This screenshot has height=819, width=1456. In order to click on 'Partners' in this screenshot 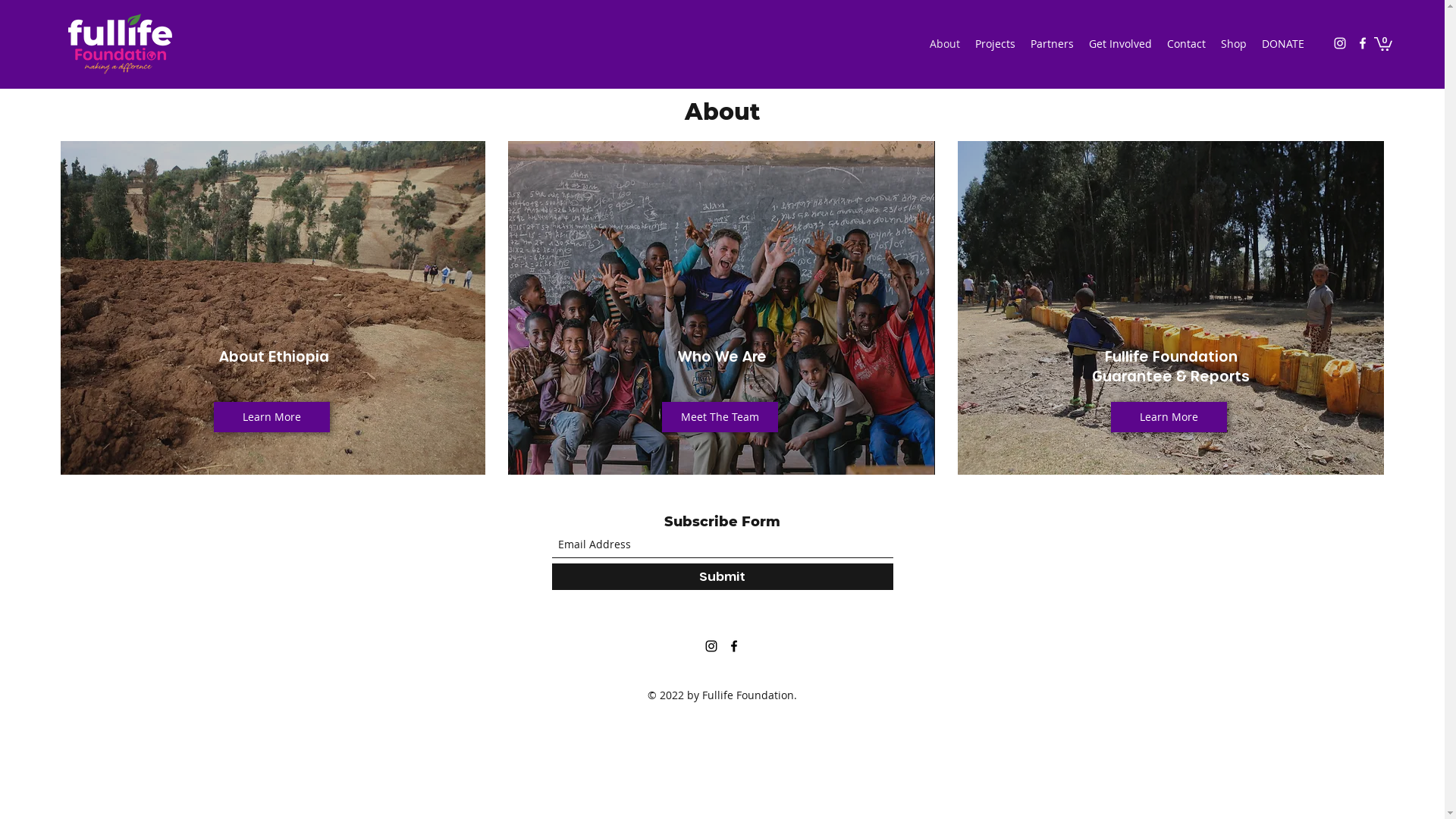, I will do `click(1051, 42)`.